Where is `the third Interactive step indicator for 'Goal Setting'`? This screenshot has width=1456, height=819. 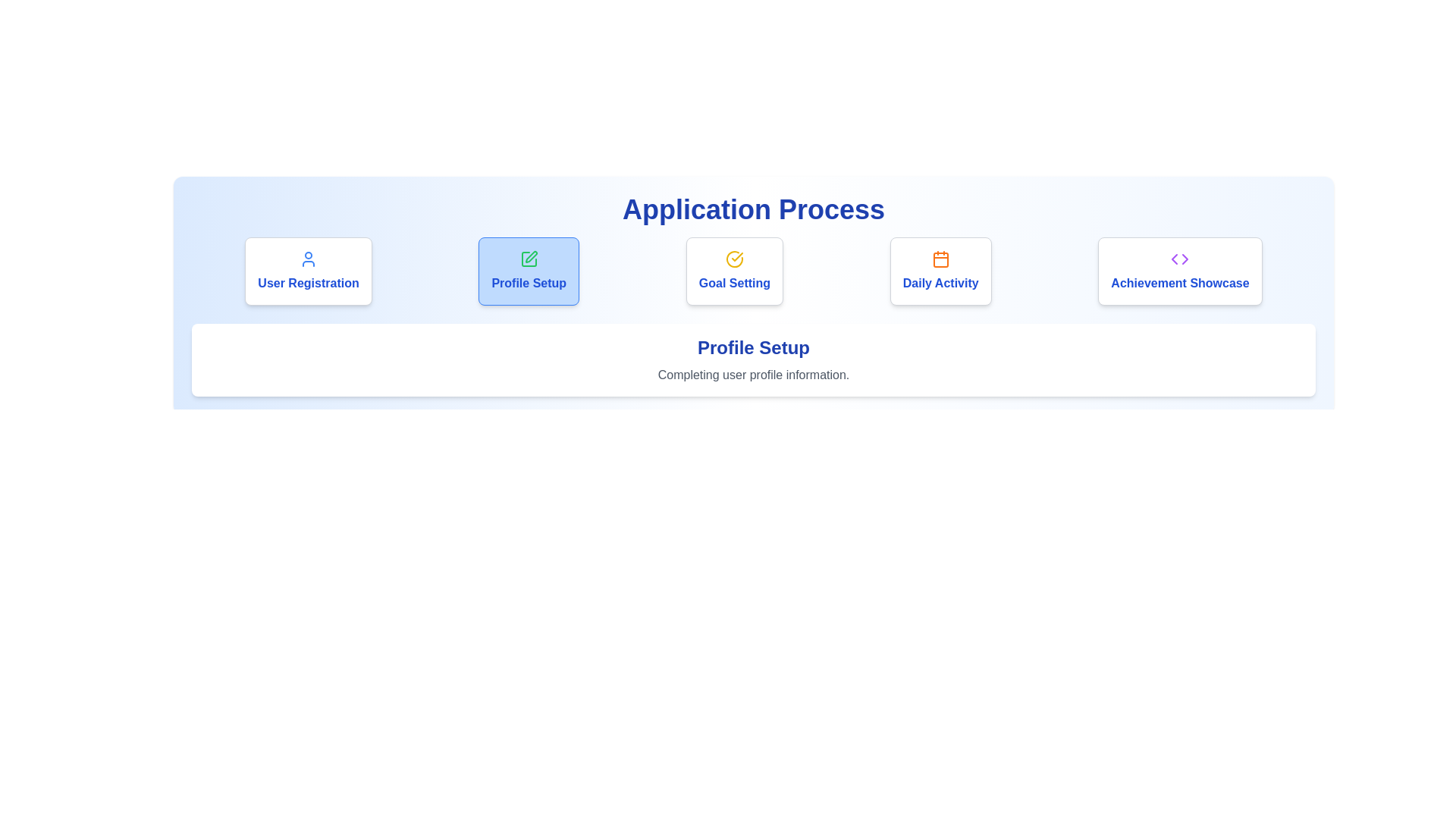 the third Interactive step indicator for 'Goal Setting' is located at coordinates (753, 271).